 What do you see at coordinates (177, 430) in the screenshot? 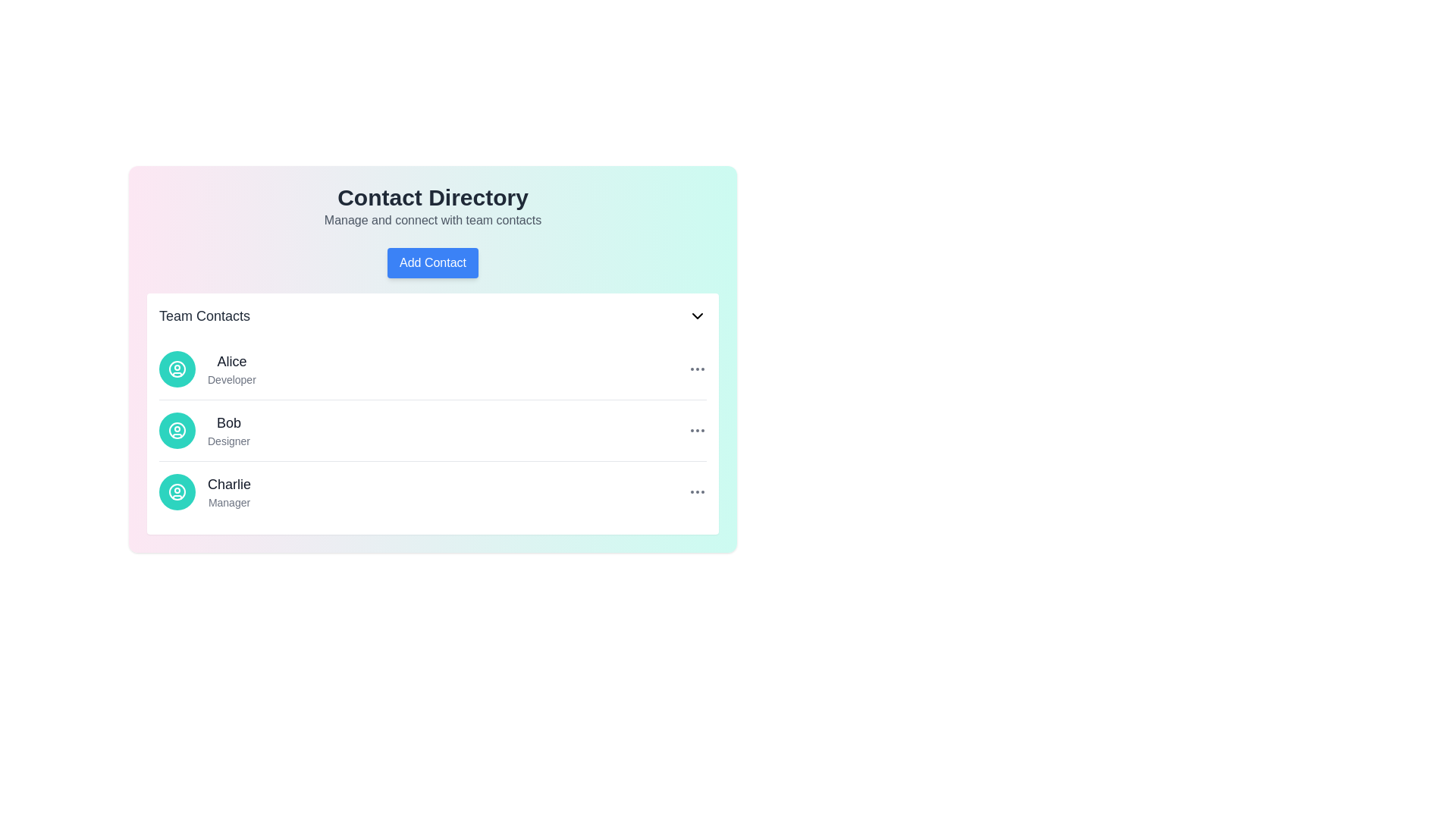
I see `the outermost circular UI component of user 'Bob's profile icon in the contact list` at bounding box center [177, 430].